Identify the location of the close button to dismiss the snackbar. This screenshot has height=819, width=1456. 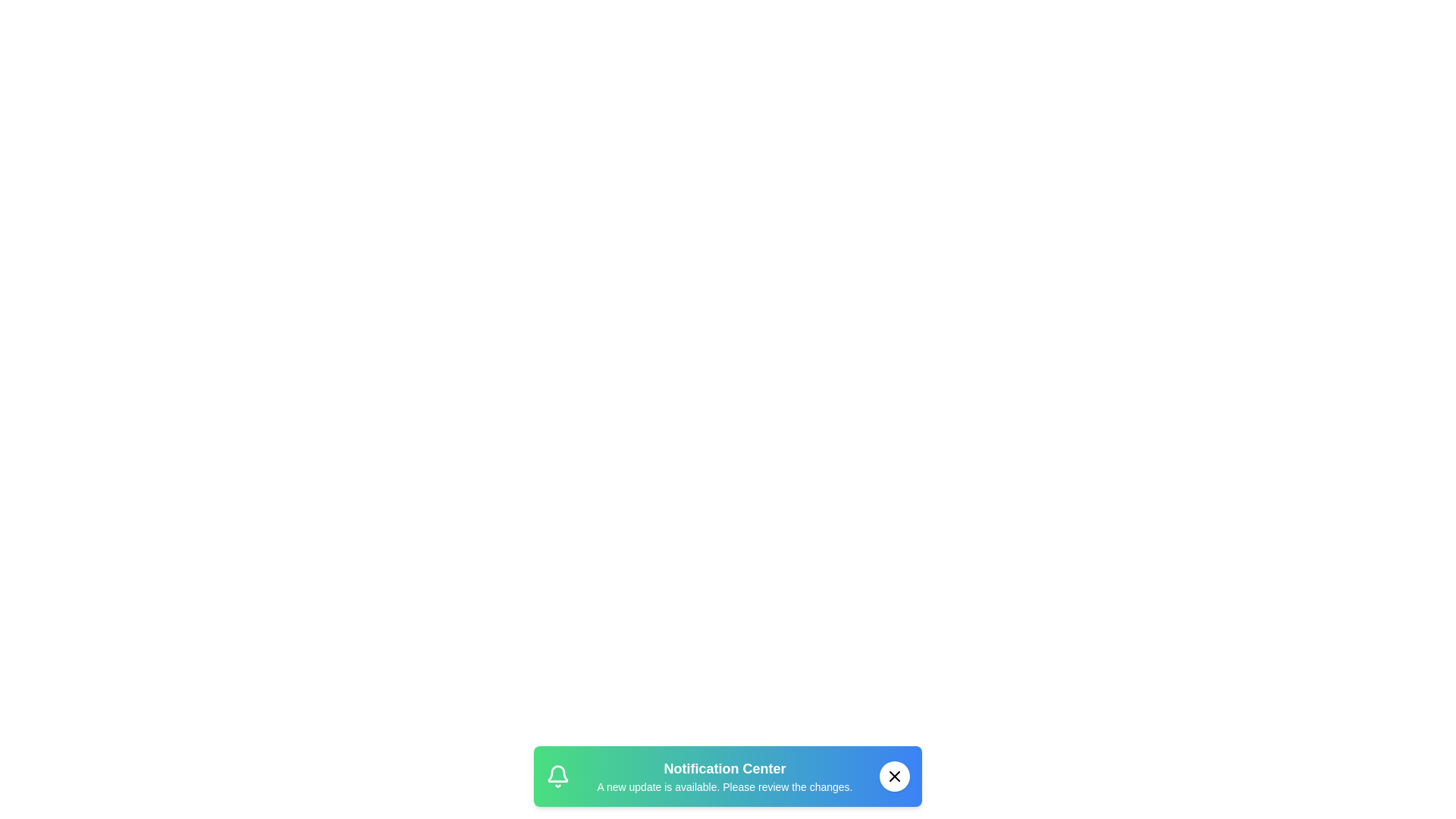
(895, 776).